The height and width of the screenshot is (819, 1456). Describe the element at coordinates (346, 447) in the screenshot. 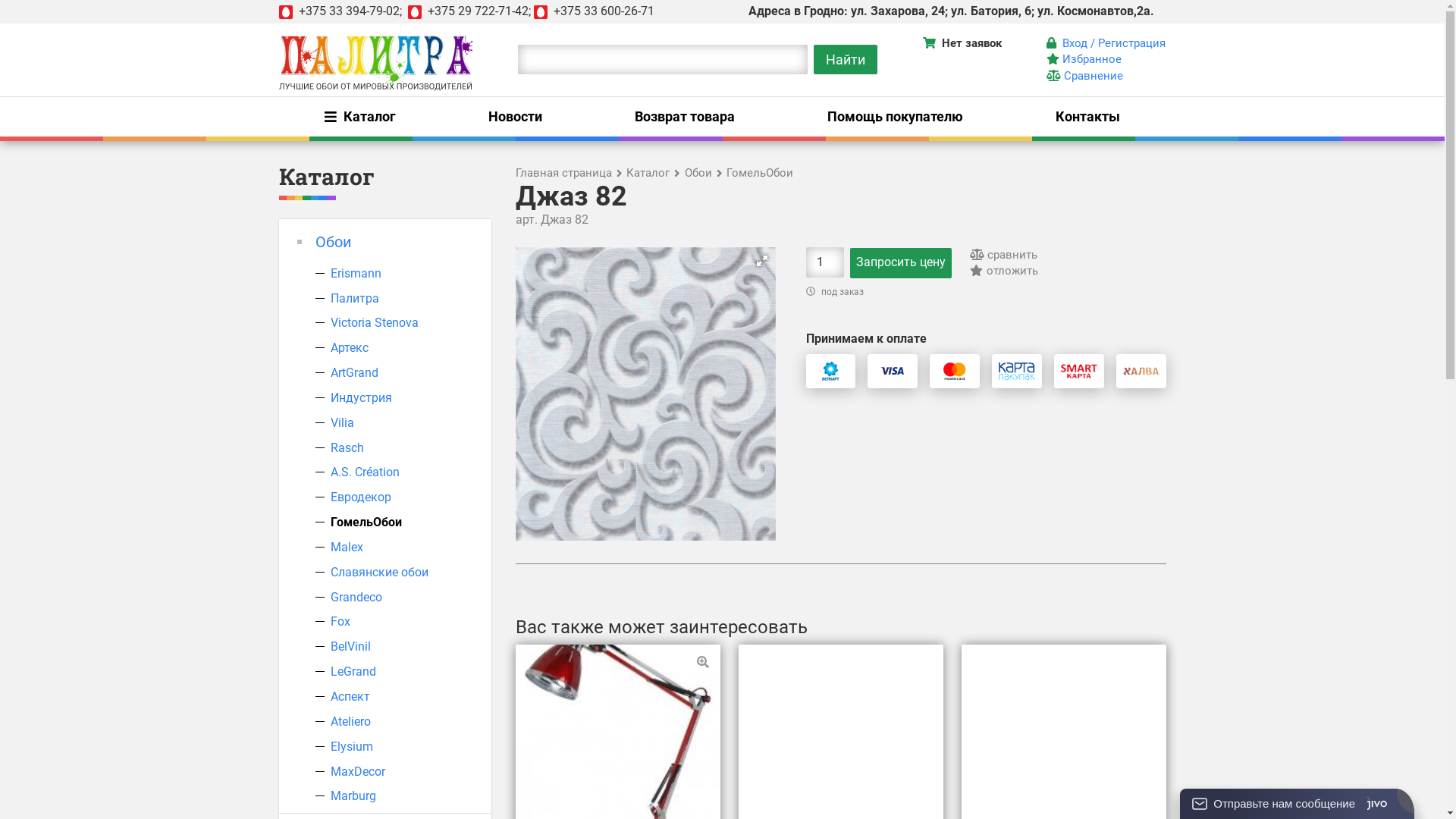

I see `'Rasch'` at that location.